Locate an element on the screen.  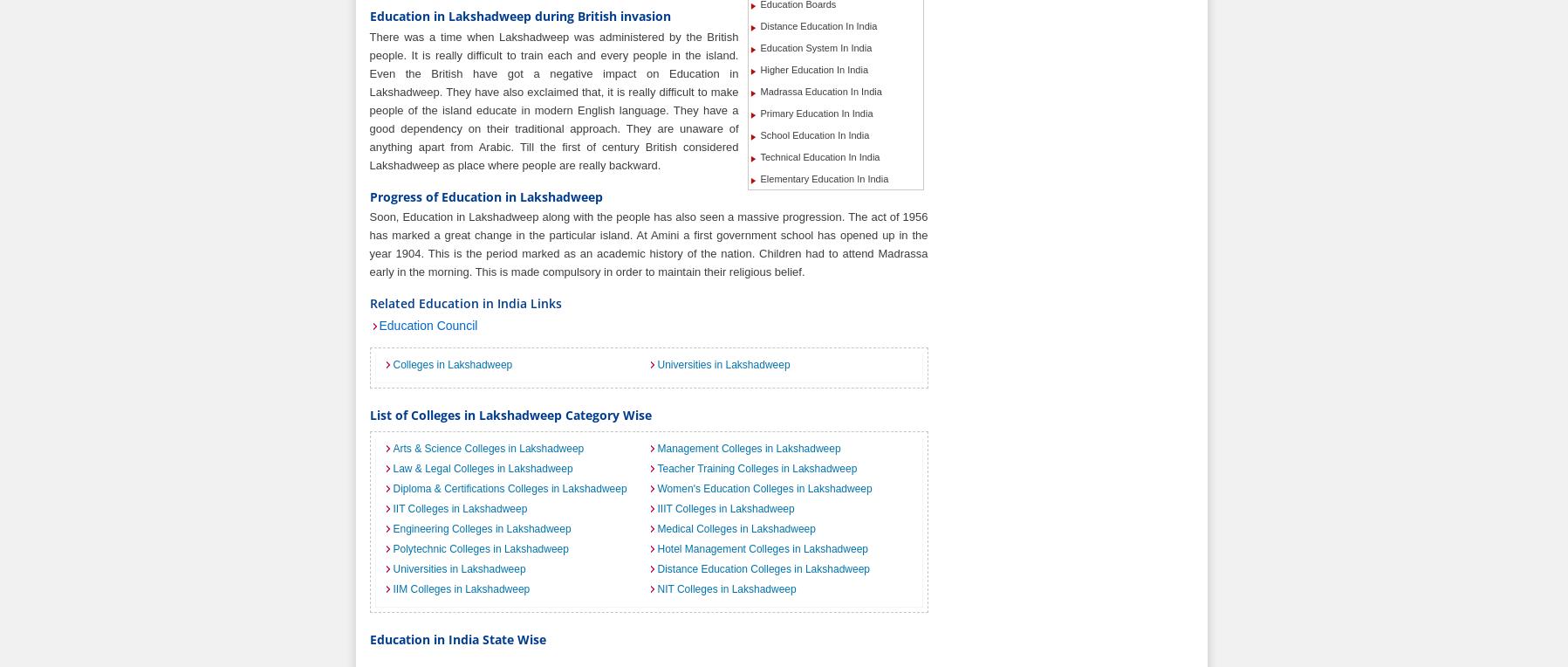
'Technical Education In India' is located at coordinates (759, 156).